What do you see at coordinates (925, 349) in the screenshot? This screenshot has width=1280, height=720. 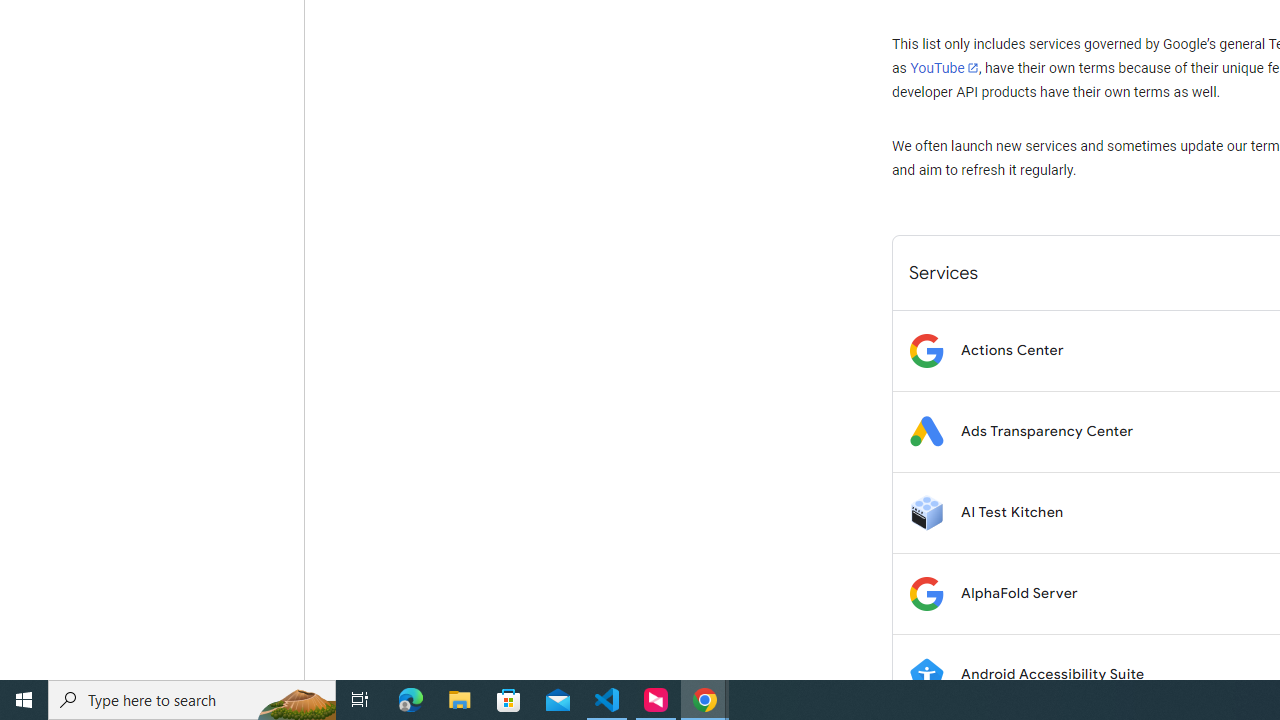 I see `'Logo for Actions Center'` at bounding box center [925, 349].